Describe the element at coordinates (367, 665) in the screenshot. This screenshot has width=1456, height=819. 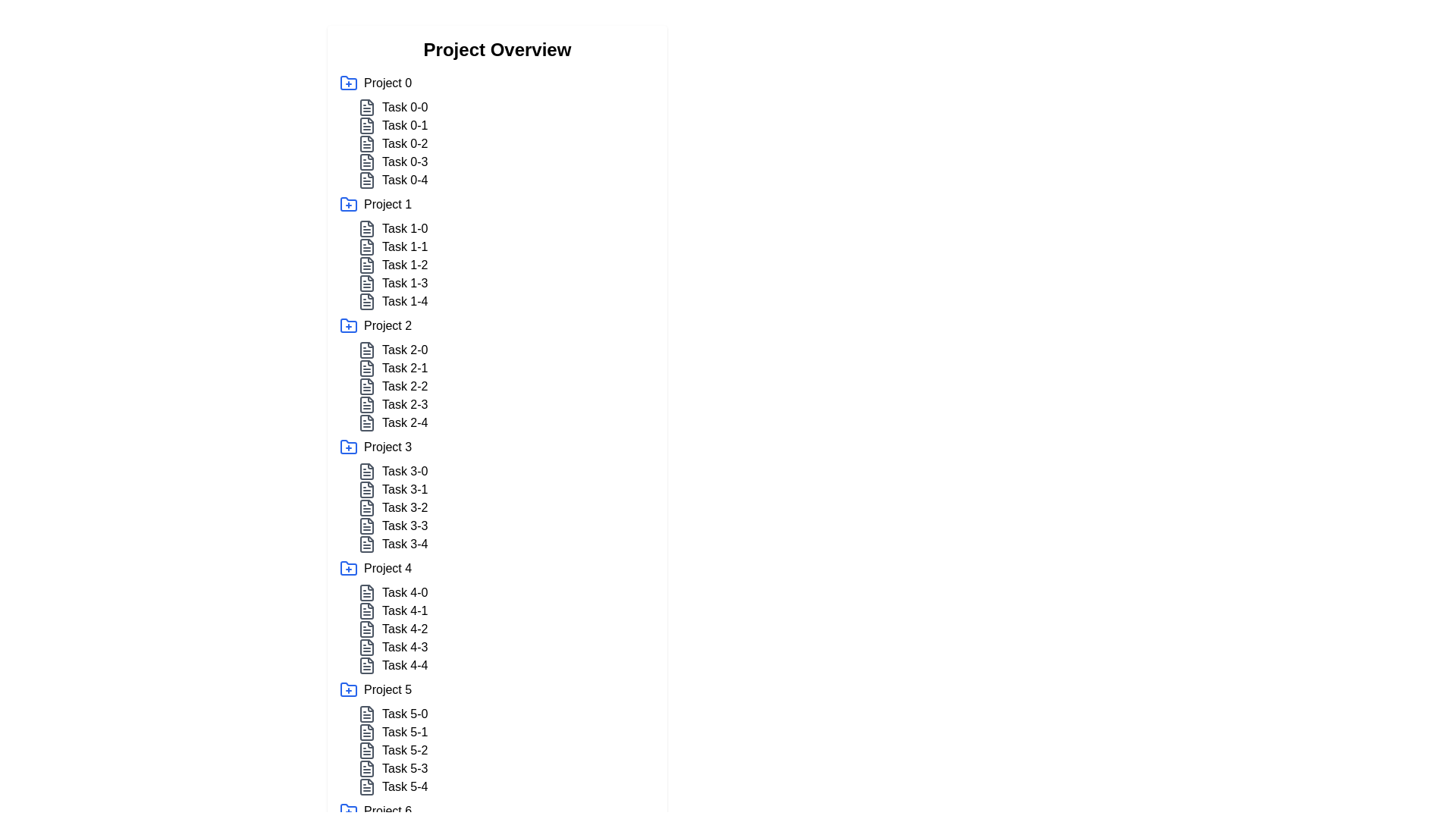
I see `the gray file document icon located to the left of the 'Task 4-4' label in the hierarchical list under 'Project 4'` at that location.